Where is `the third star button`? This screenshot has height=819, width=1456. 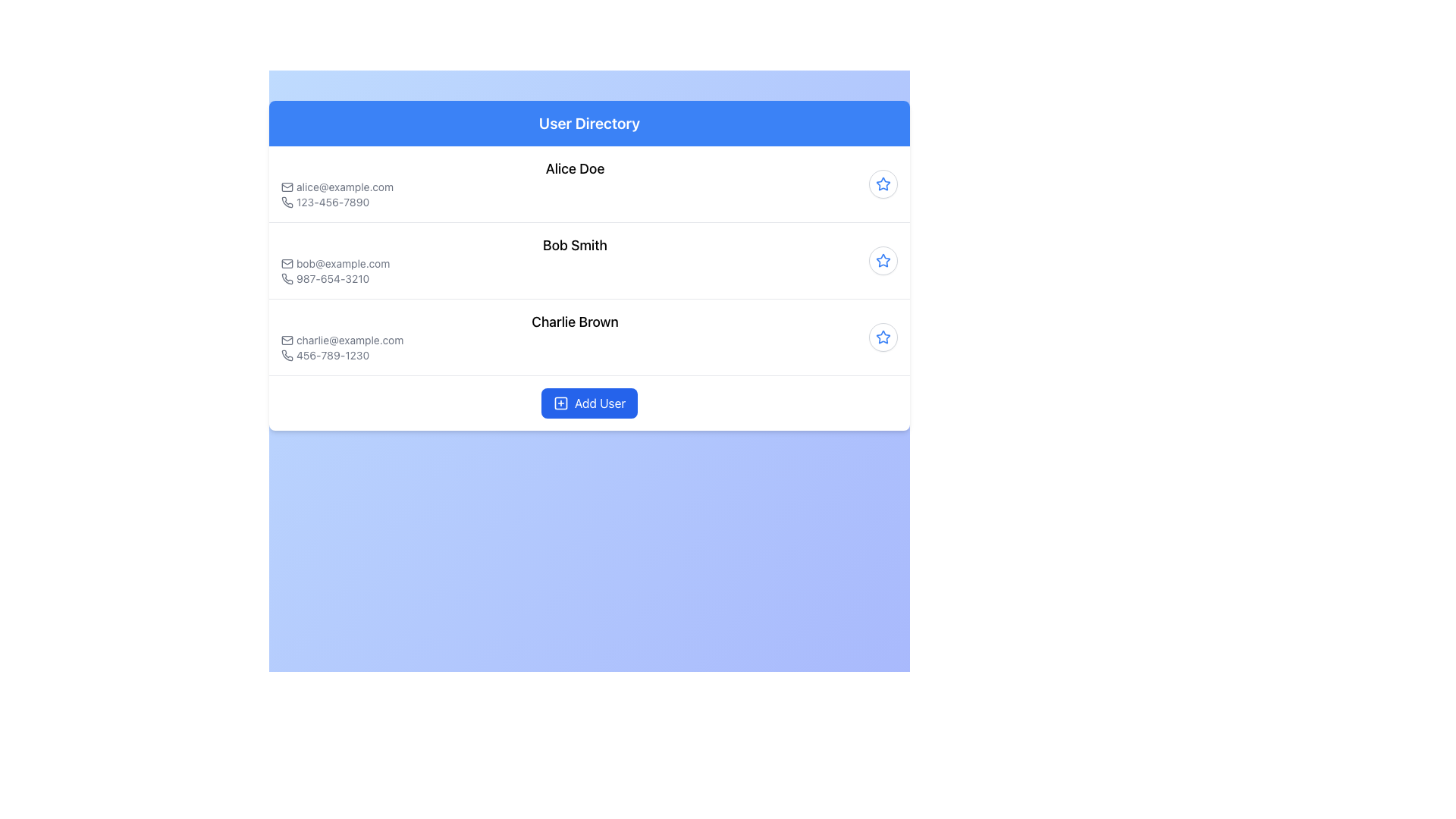
the third star button is located at coordinates (883, 336).